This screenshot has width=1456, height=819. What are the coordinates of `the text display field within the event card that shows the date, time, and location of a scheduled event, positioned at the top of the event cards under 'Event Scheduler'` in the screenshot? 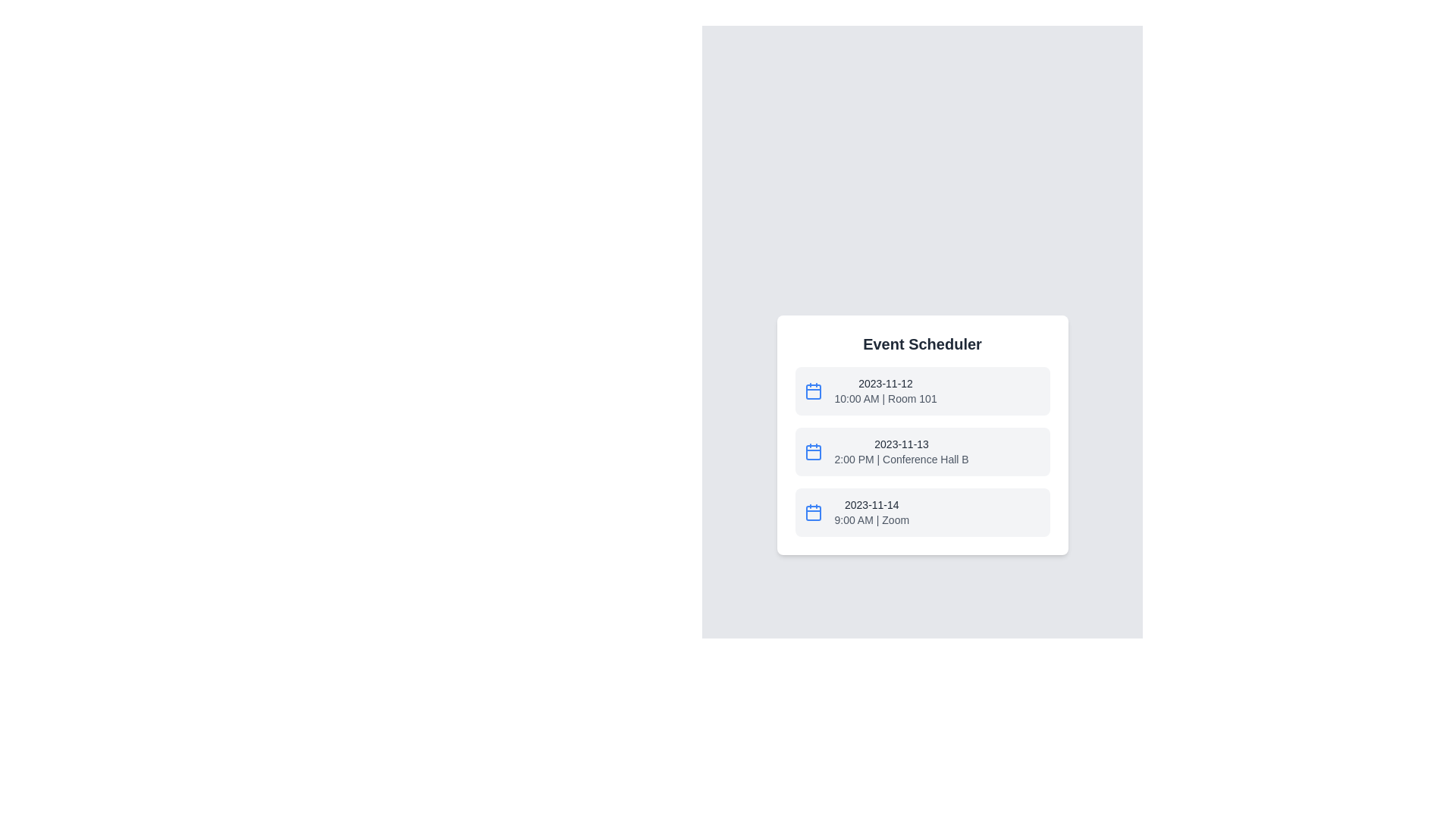 It's located at (886, 391).